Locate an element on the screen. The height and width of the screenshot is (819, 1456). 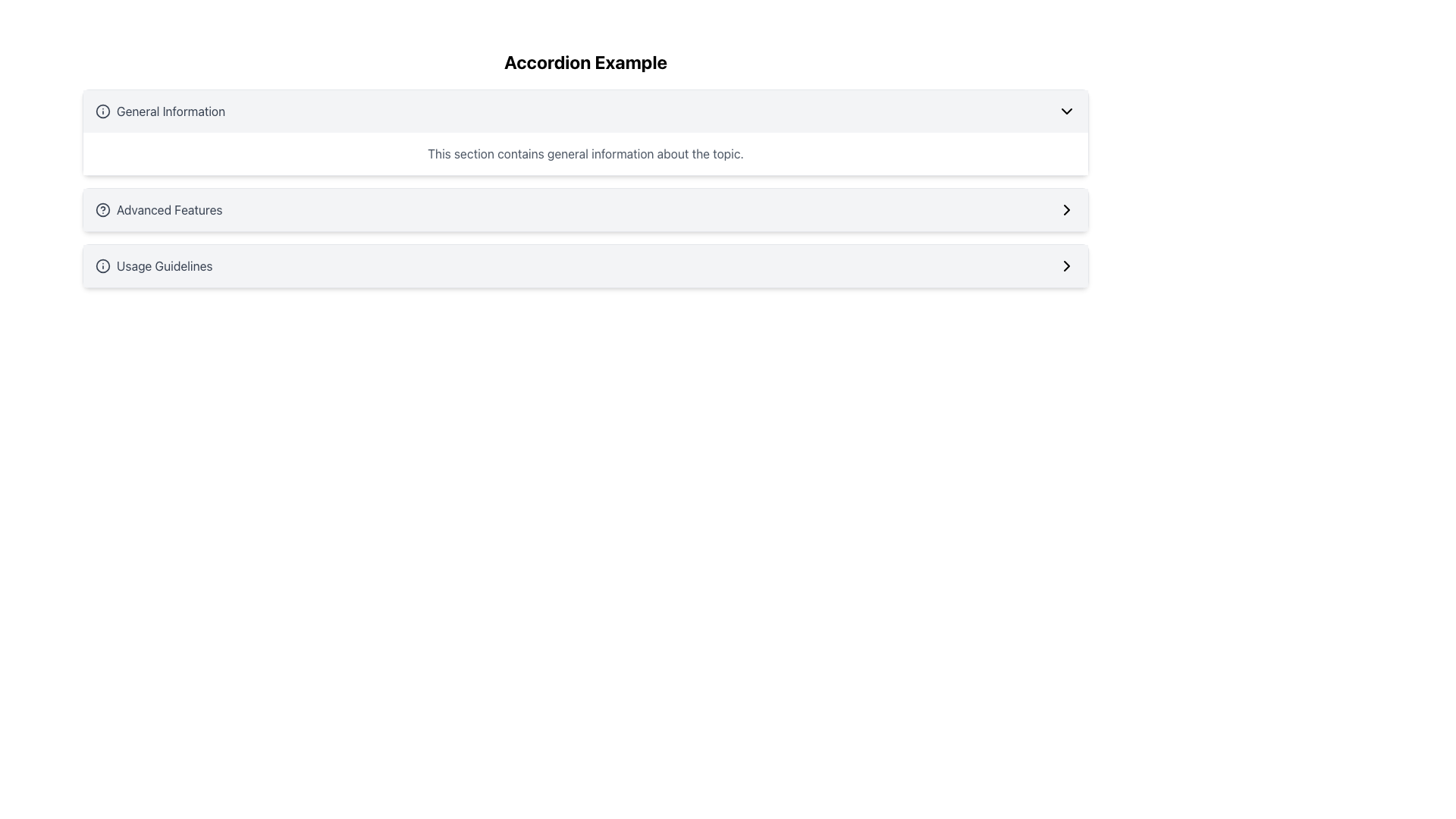
the circular help icon located to the left of the 'Advanced Features' text is located at coordinates (102, 210).